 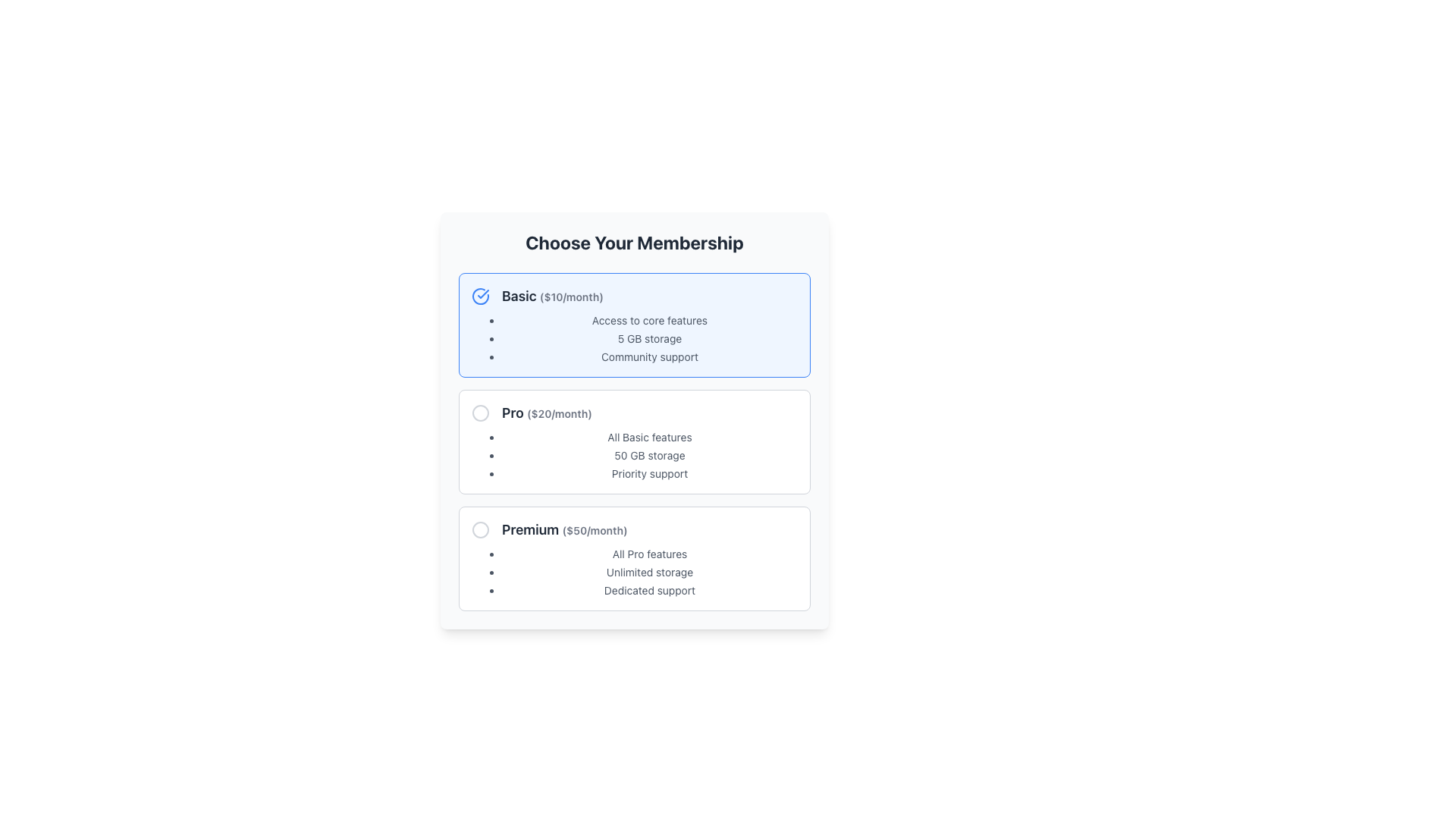 I want to click on the 'Premium ($50/month)' selectable card, which is the third membership option in a vertical stack, styled with a white background and a thin gray border, containing features listed in bullet points, so click(x=634, y=558).